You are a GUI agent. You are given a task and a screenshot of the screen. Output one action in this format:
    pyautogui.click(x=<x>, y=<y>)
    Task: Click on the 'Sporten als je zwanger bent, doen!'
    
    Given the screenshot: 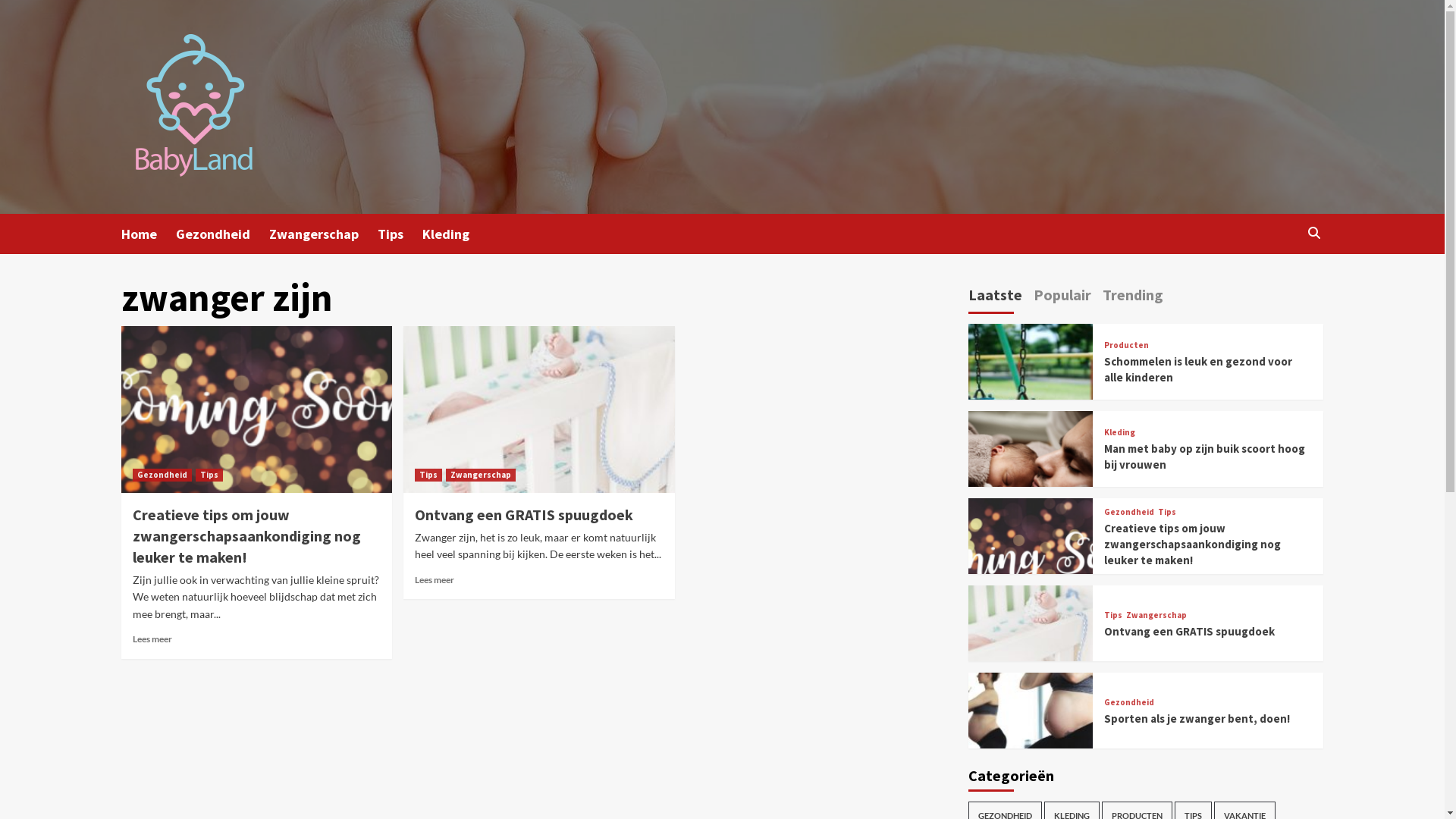 What is the action you would take?
    pyautogui.click(x=1196, y=717)
    